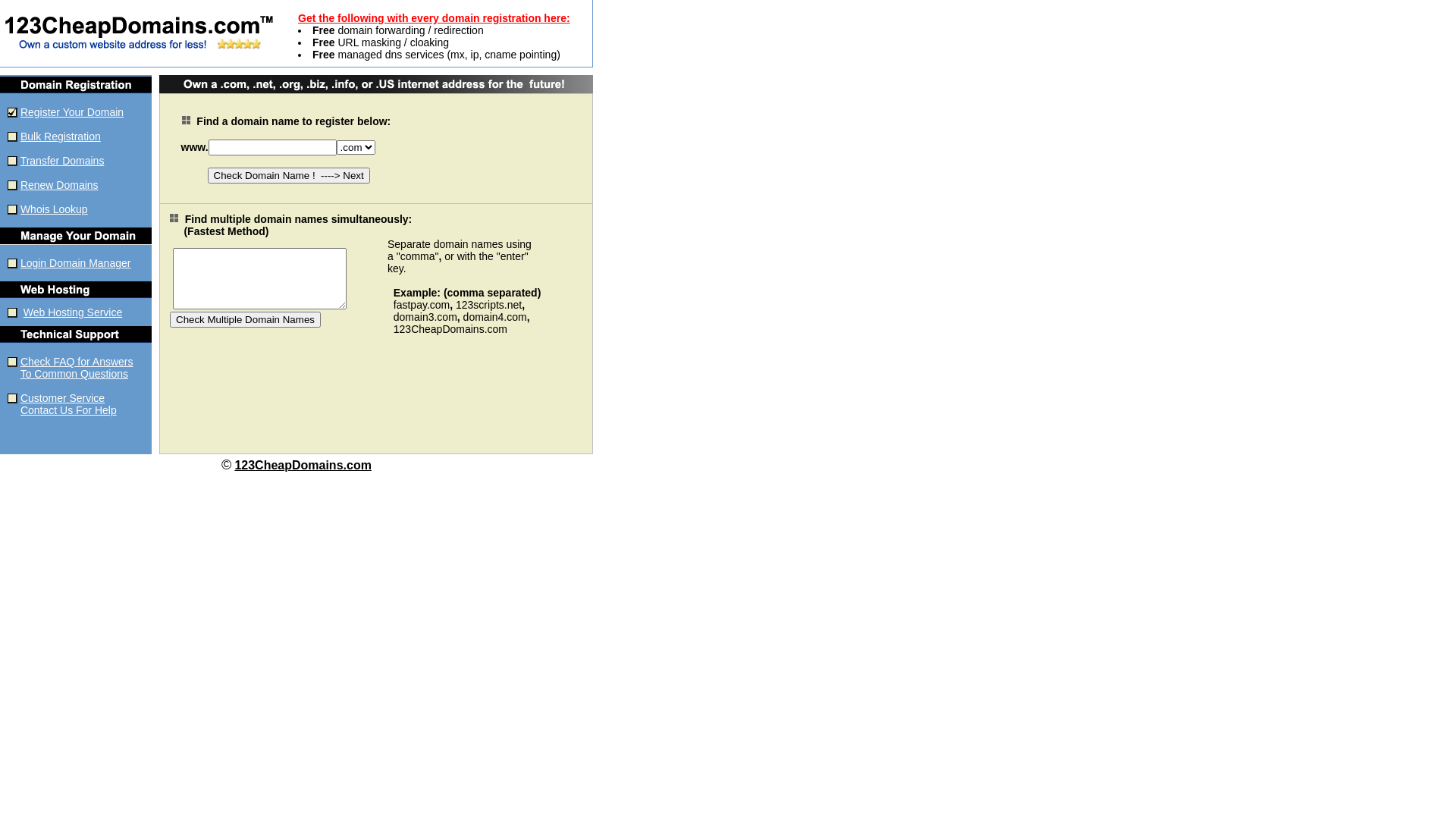 The width and height of the screenshot is (1456, 819). What do you see at coordinates (288, 174) in the screenshot?
I see `'Check Domain Name !  ----> Next'` at bounding box center [288, 174].